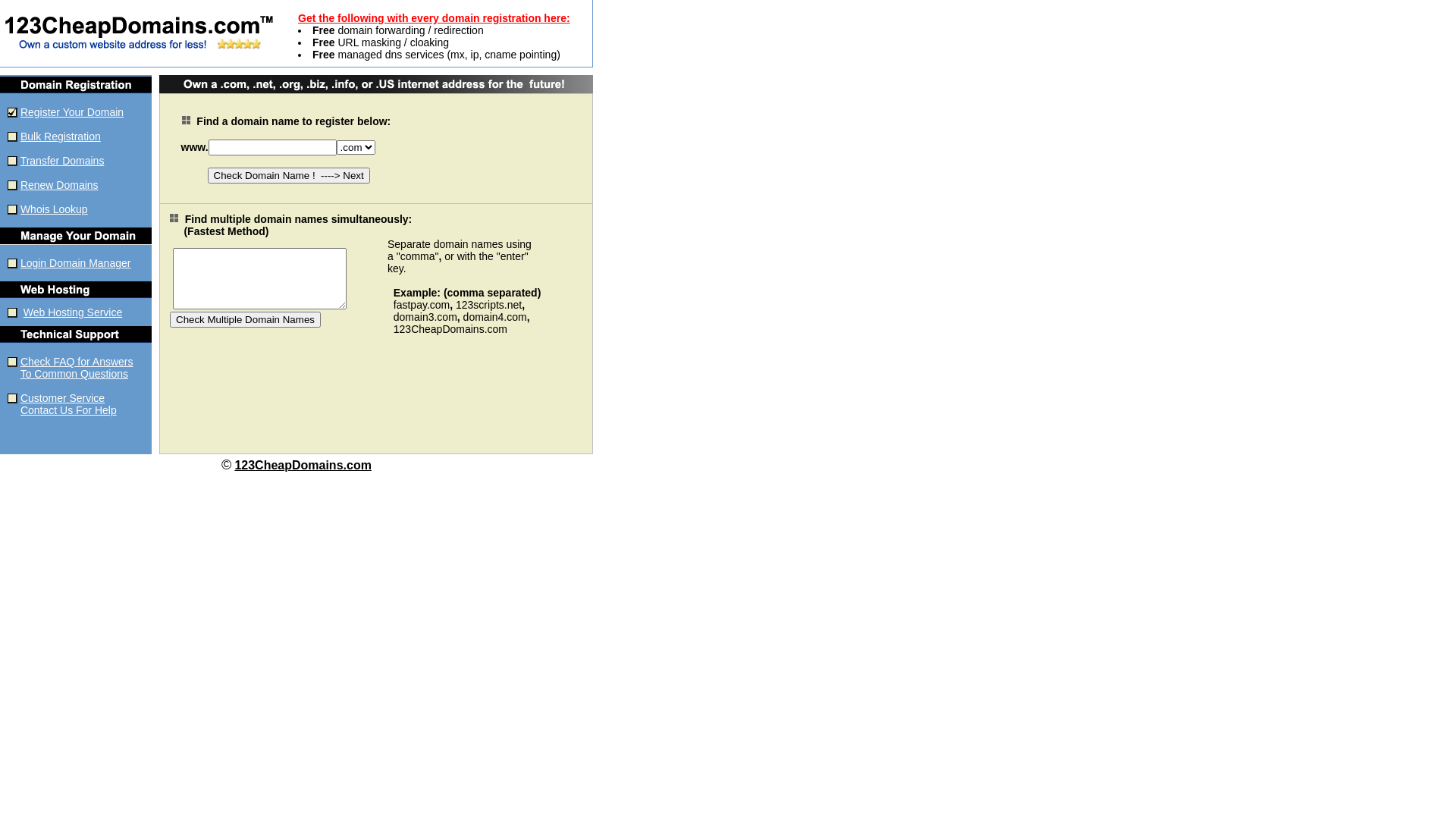 The width and height of the screenshot is (1456, 819). What do you see at coordinates (288, 174) in the screenshot?
I see `'Check Domain Name !  ----> Next'` at bounding box center [288, 174].